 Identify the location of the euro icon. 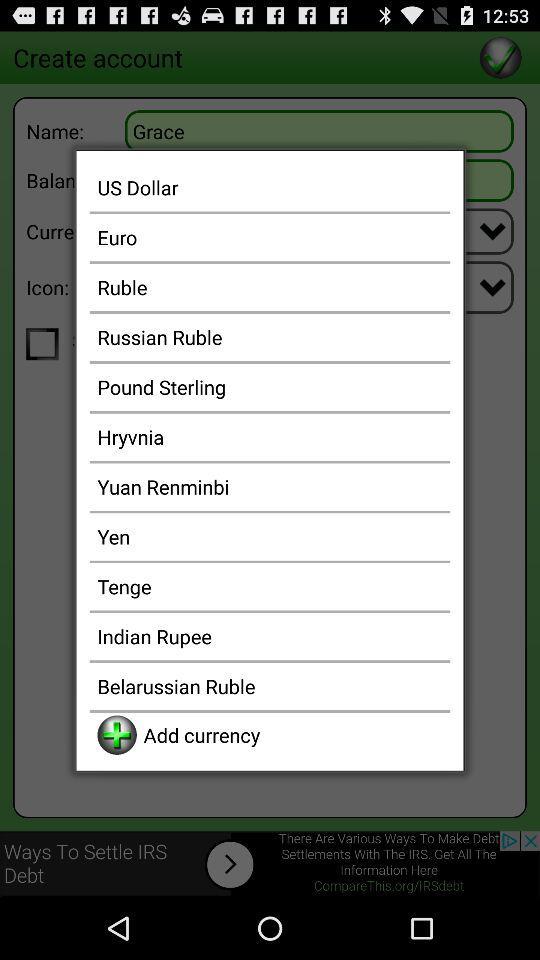
(270, 237).